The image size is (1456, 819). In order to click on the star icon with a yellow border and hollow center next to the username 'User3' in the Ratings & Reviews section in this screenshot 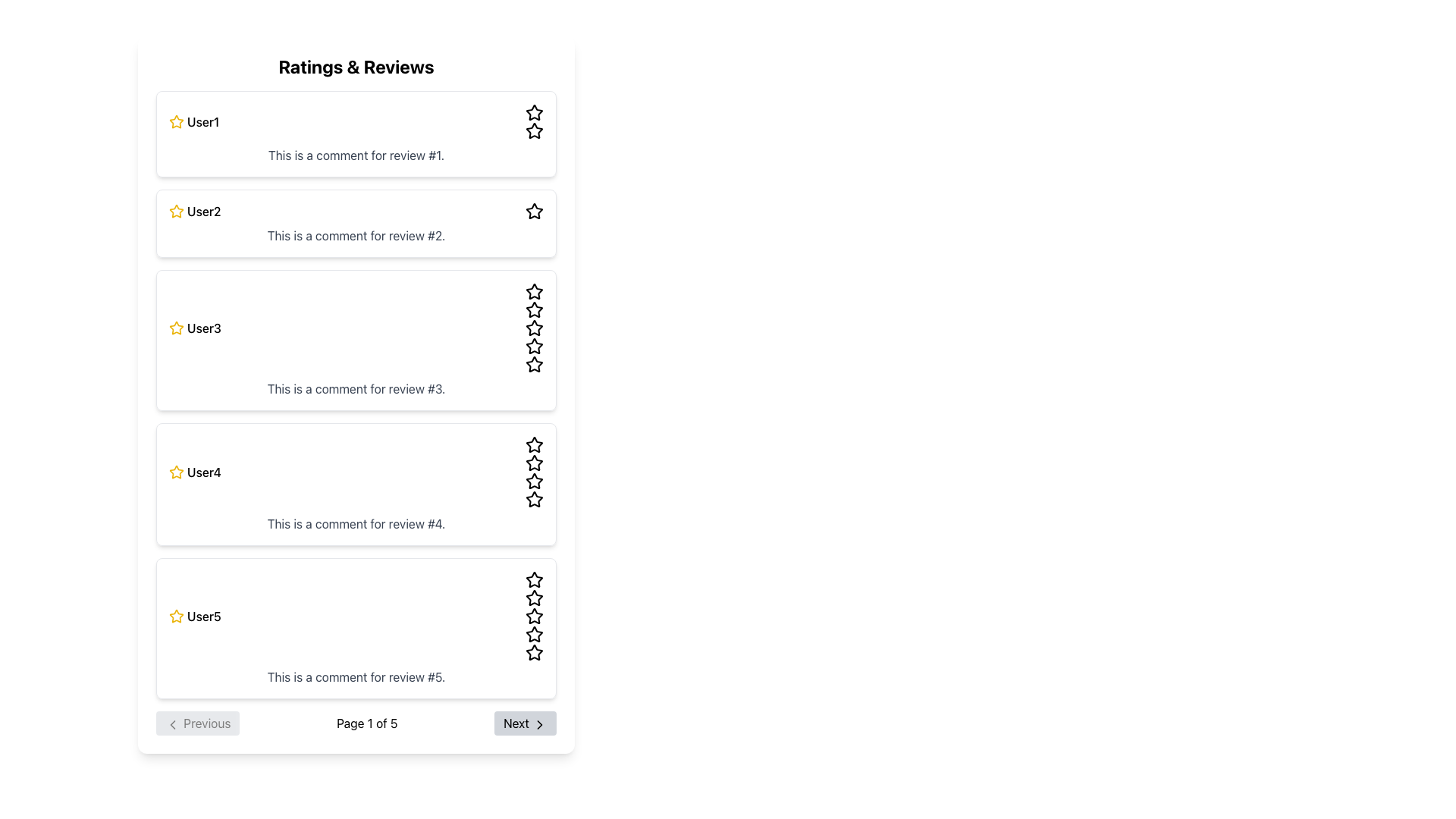, I will do `click(177, 327)`.